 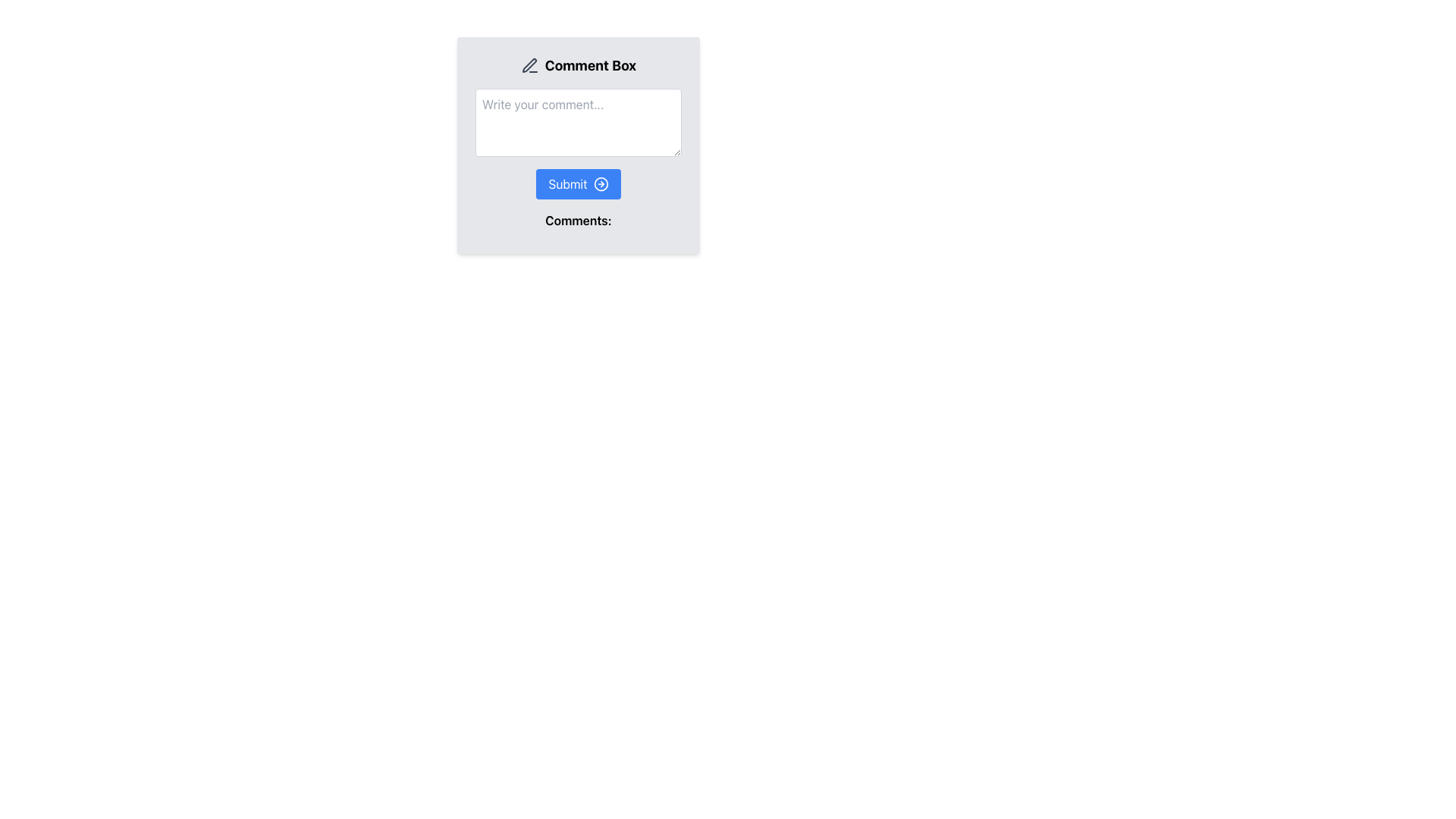 What do you see at coordinates (578, 184) in the screenshot?
I see `the submit button located beneath the comment input field` at bounding box center [578, 184].